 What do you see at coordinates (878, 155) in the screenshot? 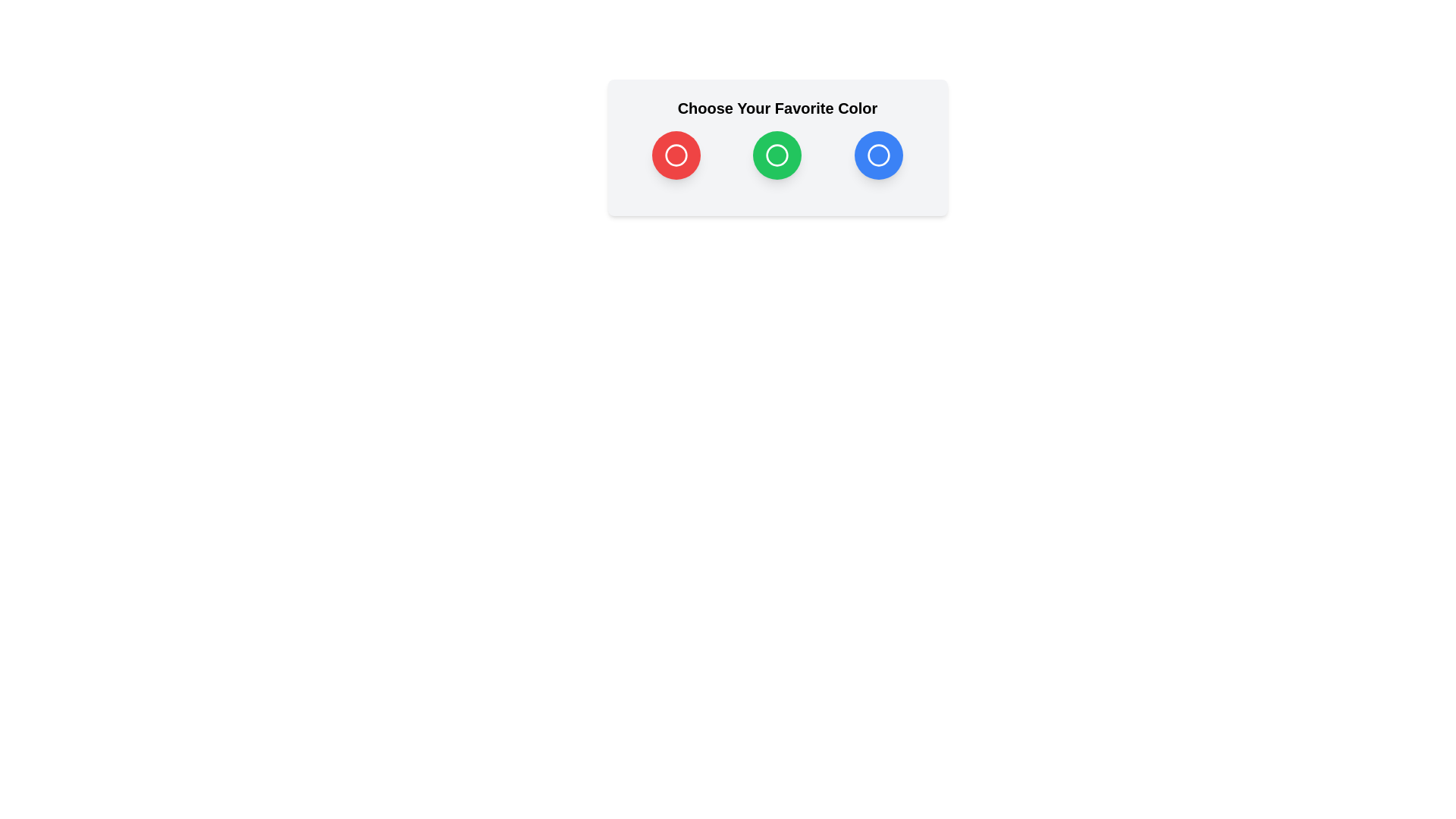
I see `the color option Blue` at bounding box center [878, 155].